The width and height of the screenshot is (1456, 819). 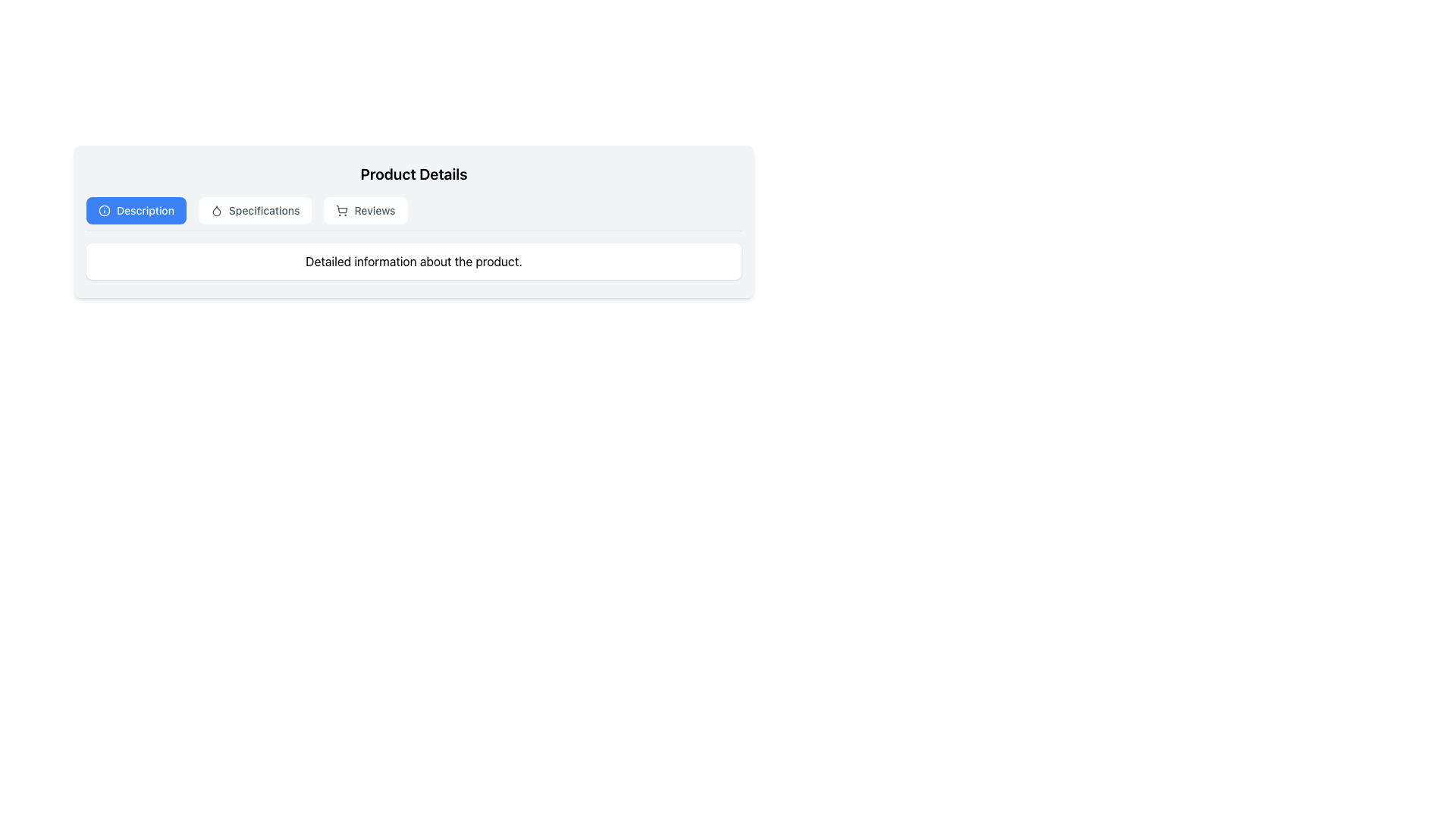 What do you see at coordinates (215, 211) in the screenshot?
I see `the visual design of the droplet-shaped icon located in the 'Specifications' tab of the 'Product Details' panel` at bounding box center [215, 211].